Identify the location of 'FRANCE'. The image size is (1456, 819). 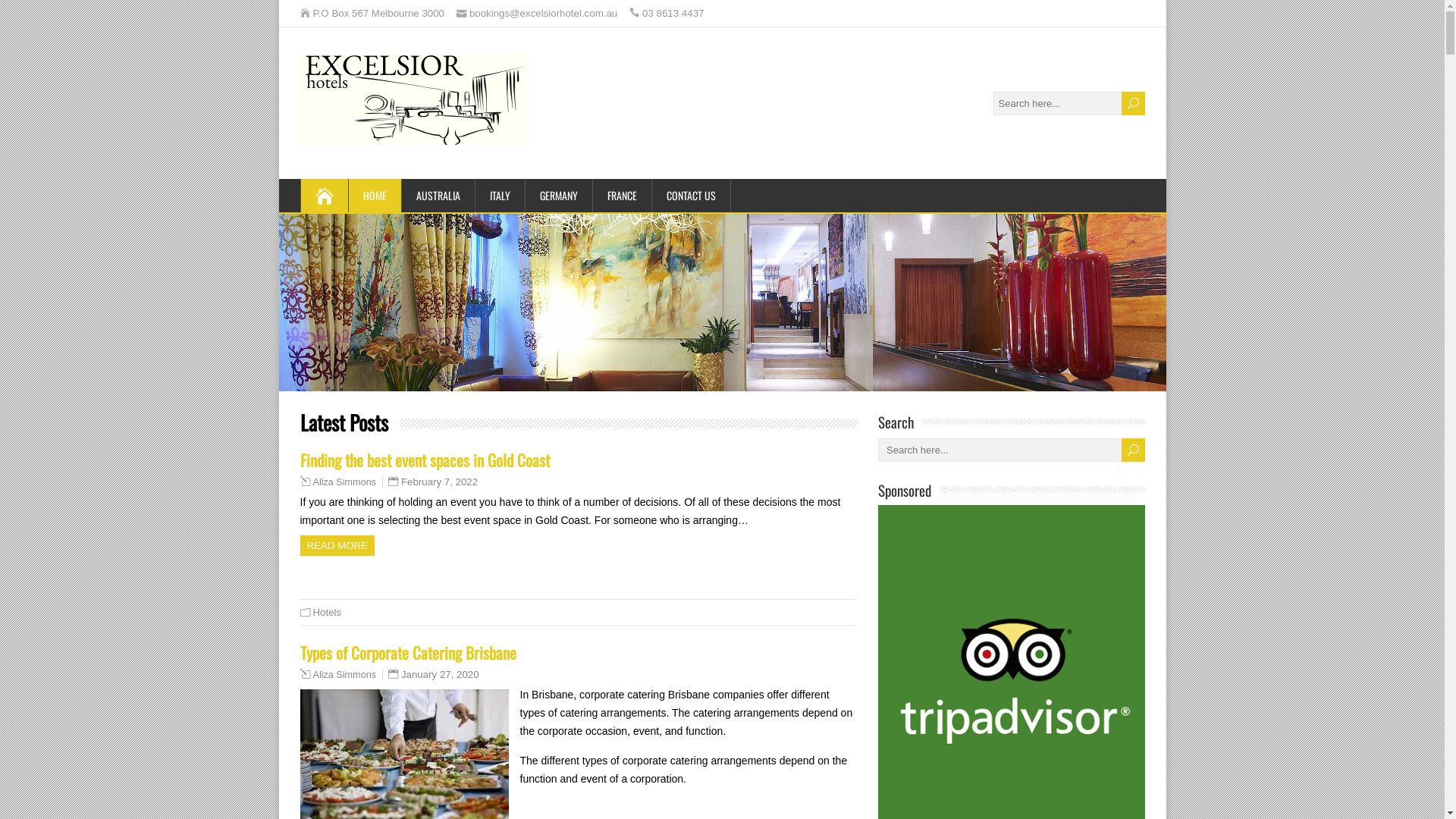
(622, 195).